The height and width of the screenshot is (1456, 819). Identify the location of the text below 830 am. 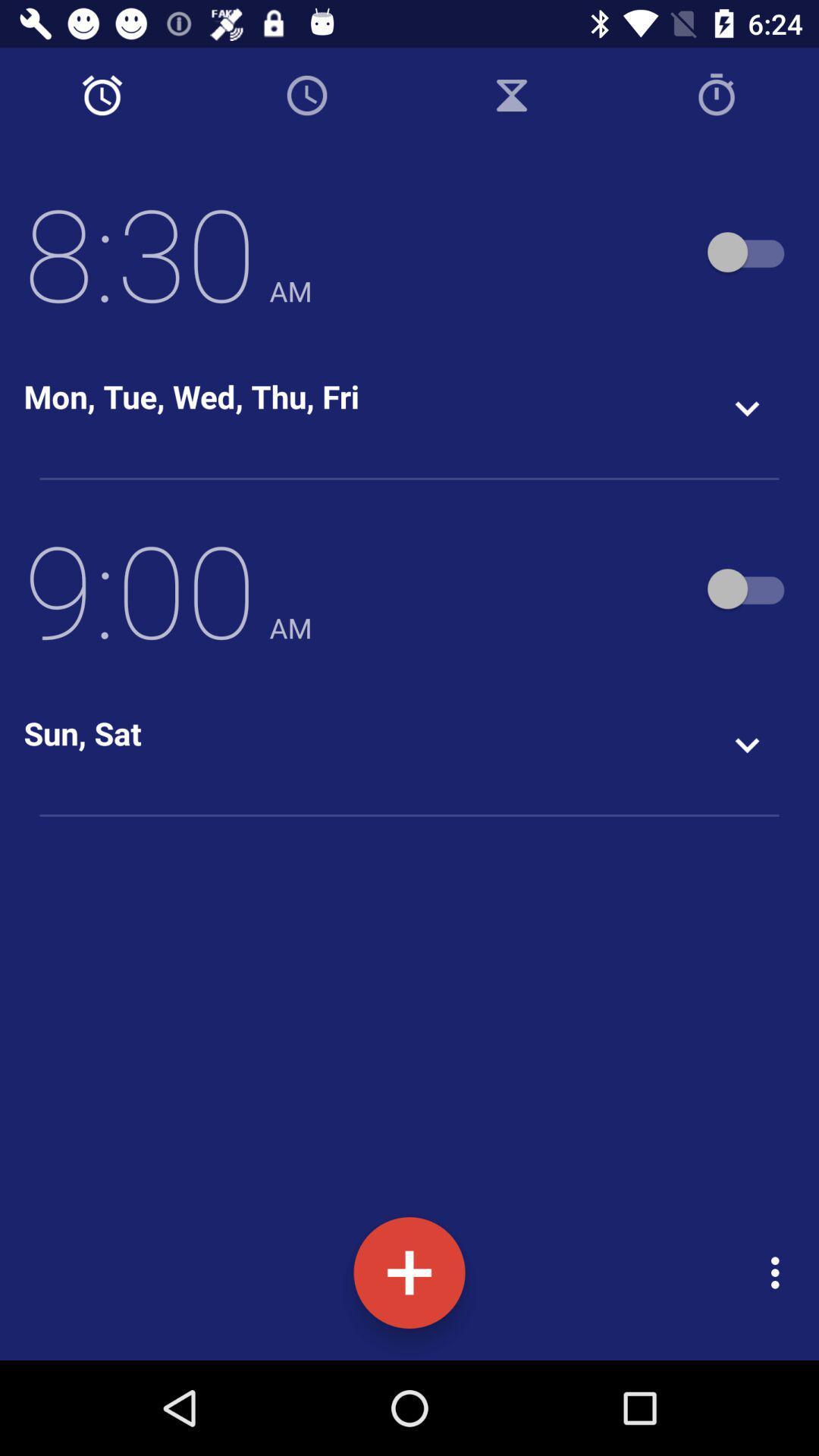
(191, 396).